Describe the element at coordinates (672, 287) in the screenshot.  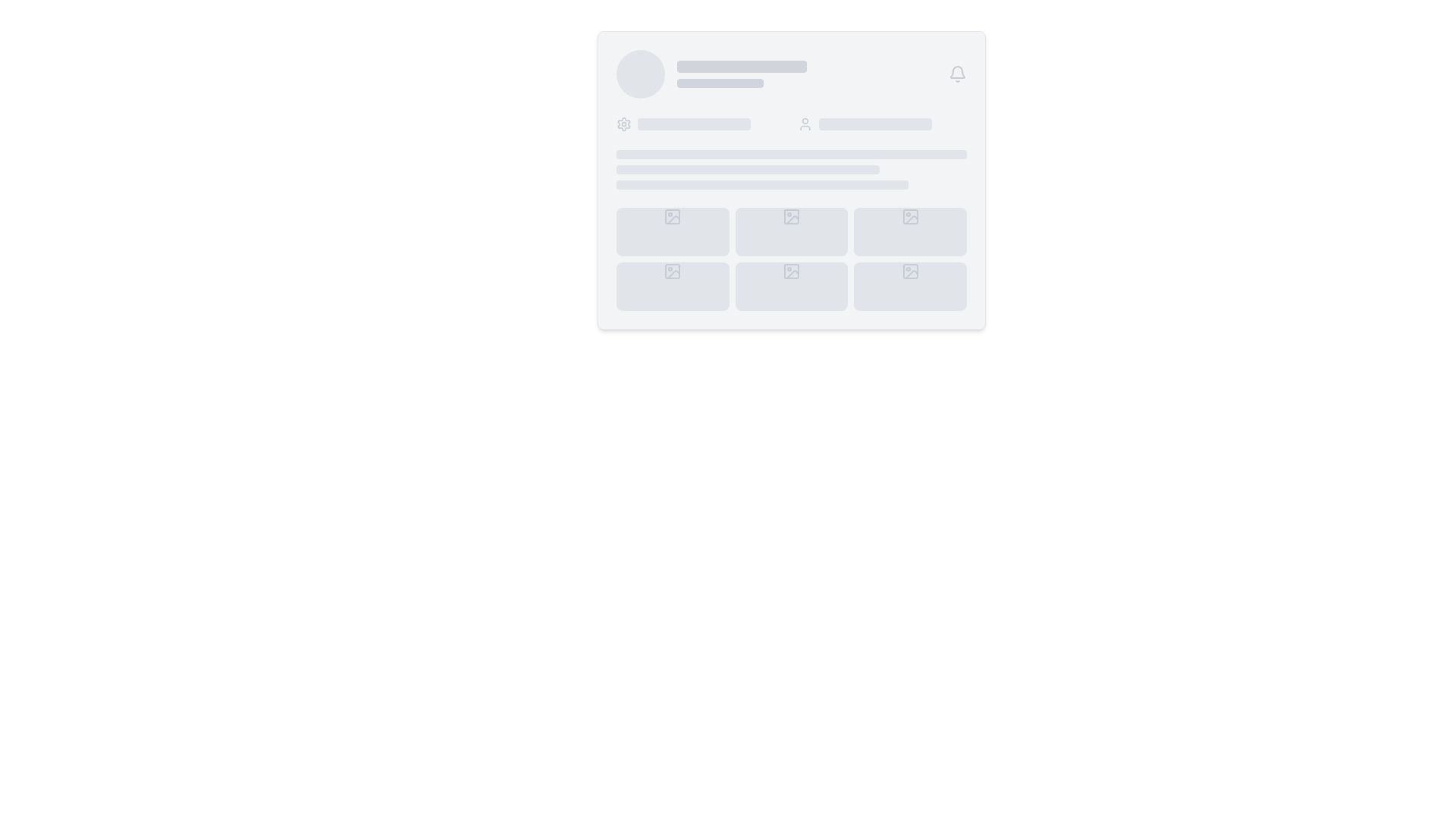
I see `the Image Placeholder located in the second row of a three-column grid layout, which indicates an area for an image display` at that location.